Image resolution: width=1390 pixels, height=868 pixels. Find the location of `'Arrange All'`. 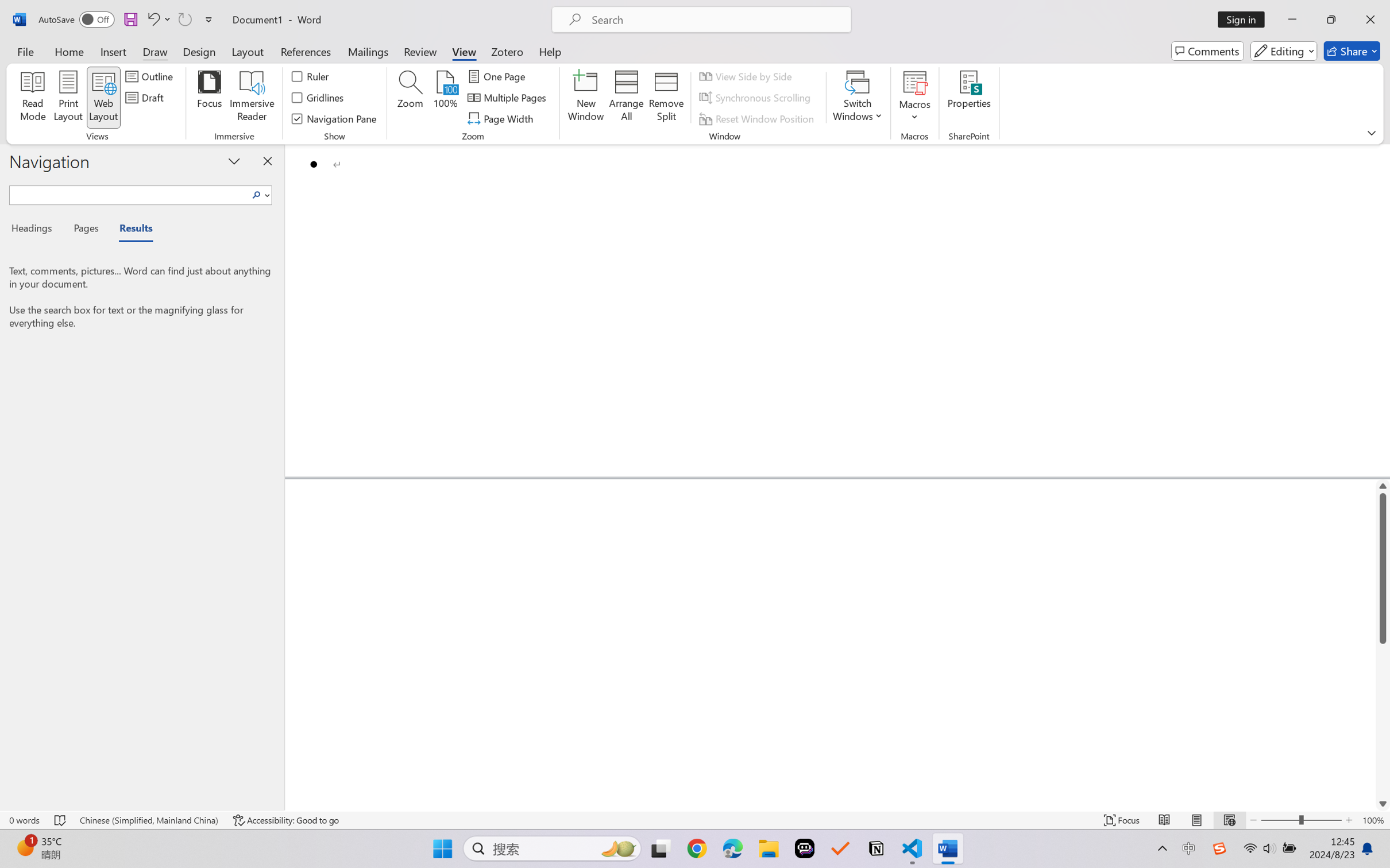

'Arrange All' is located at coordinates (625, 98).